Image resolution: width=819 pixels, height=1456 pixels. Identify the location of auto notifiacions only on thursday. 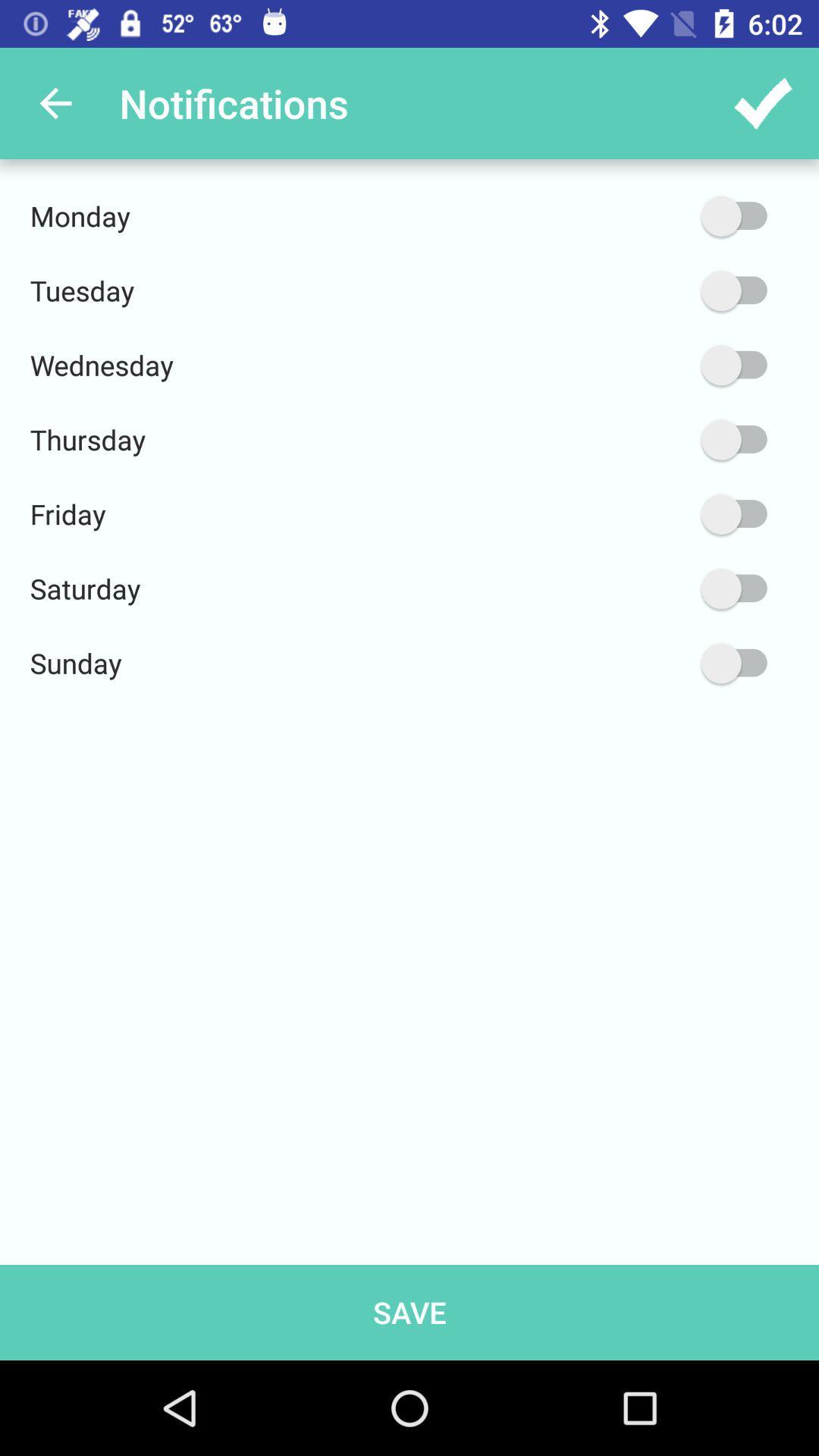
(661, 439).